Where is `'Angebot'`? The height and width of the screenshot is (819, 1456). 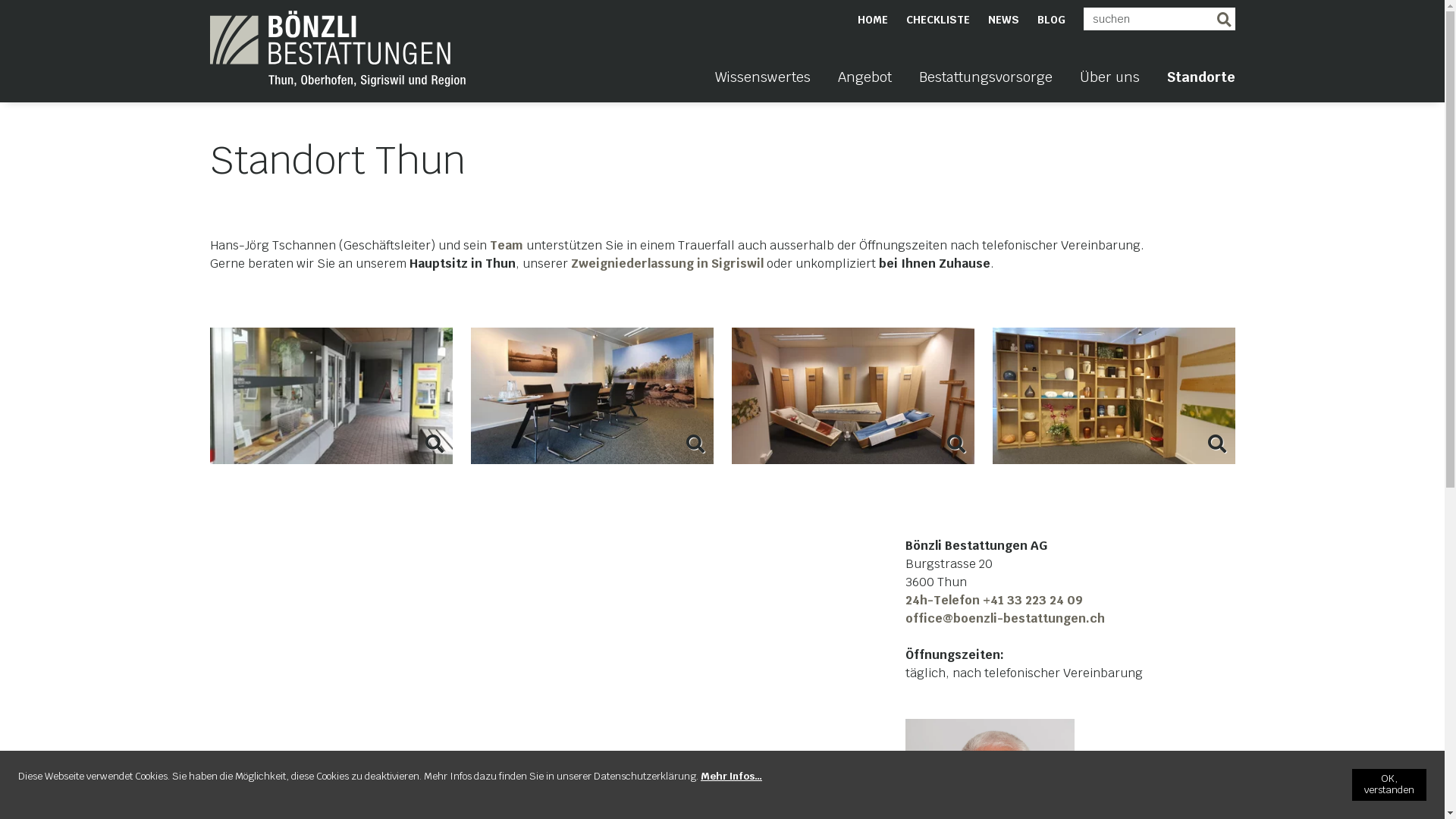
'Angebot' is located at coordinates (864, 85).